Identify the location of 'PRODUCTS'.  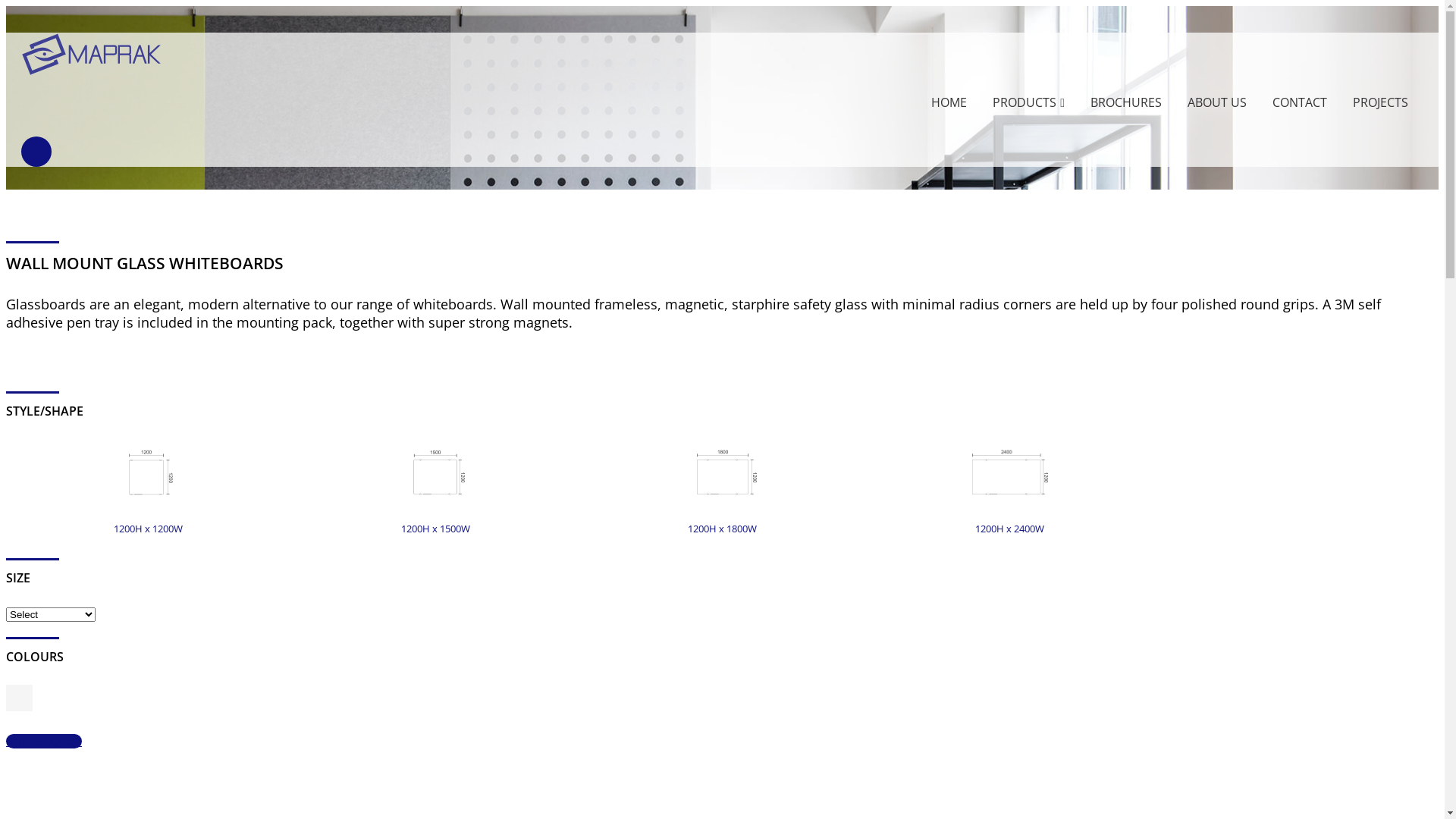
(1028, 102).